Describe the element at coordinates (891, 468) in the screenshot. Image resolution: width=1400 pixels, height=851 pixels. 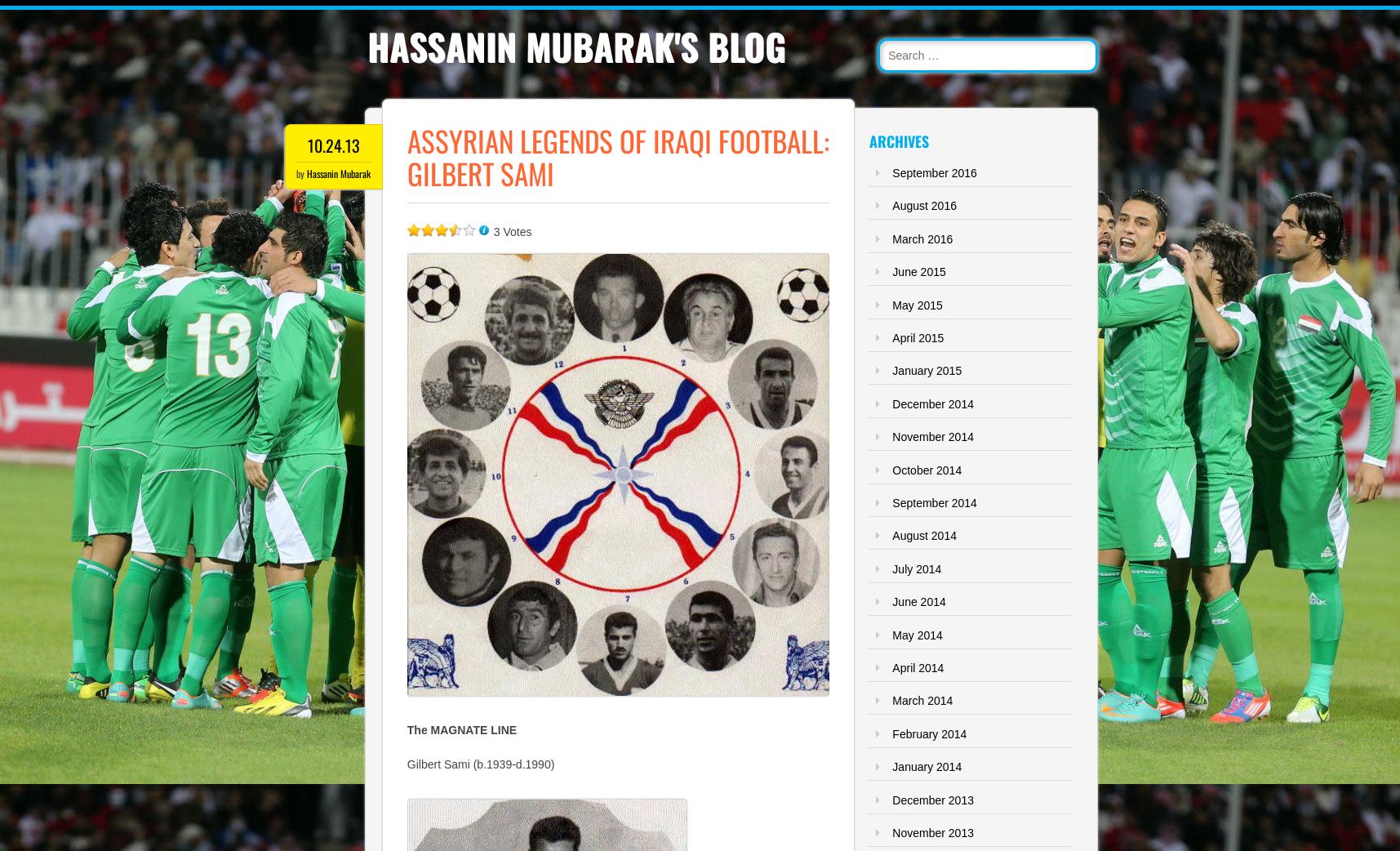
I see `'October 2014'` at that location.